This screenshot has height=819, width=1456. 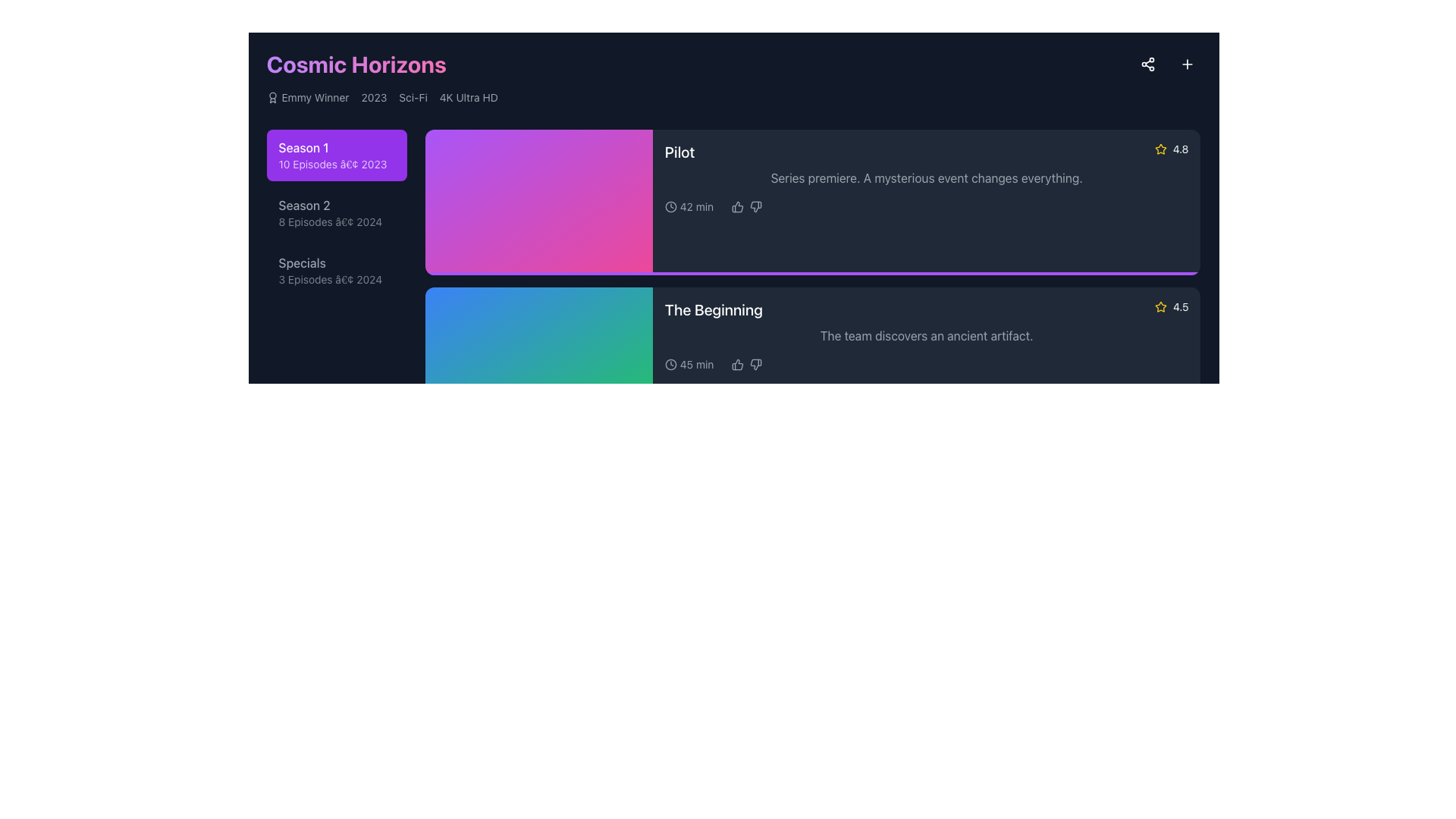 What do you see at coordinates (926, 177) in the screenshot?
I see `the static text displaying 'Series premiere. A mysterious event changes everything.' which is located beneath the title 'Pilot'` at bounding box center [926, 177].